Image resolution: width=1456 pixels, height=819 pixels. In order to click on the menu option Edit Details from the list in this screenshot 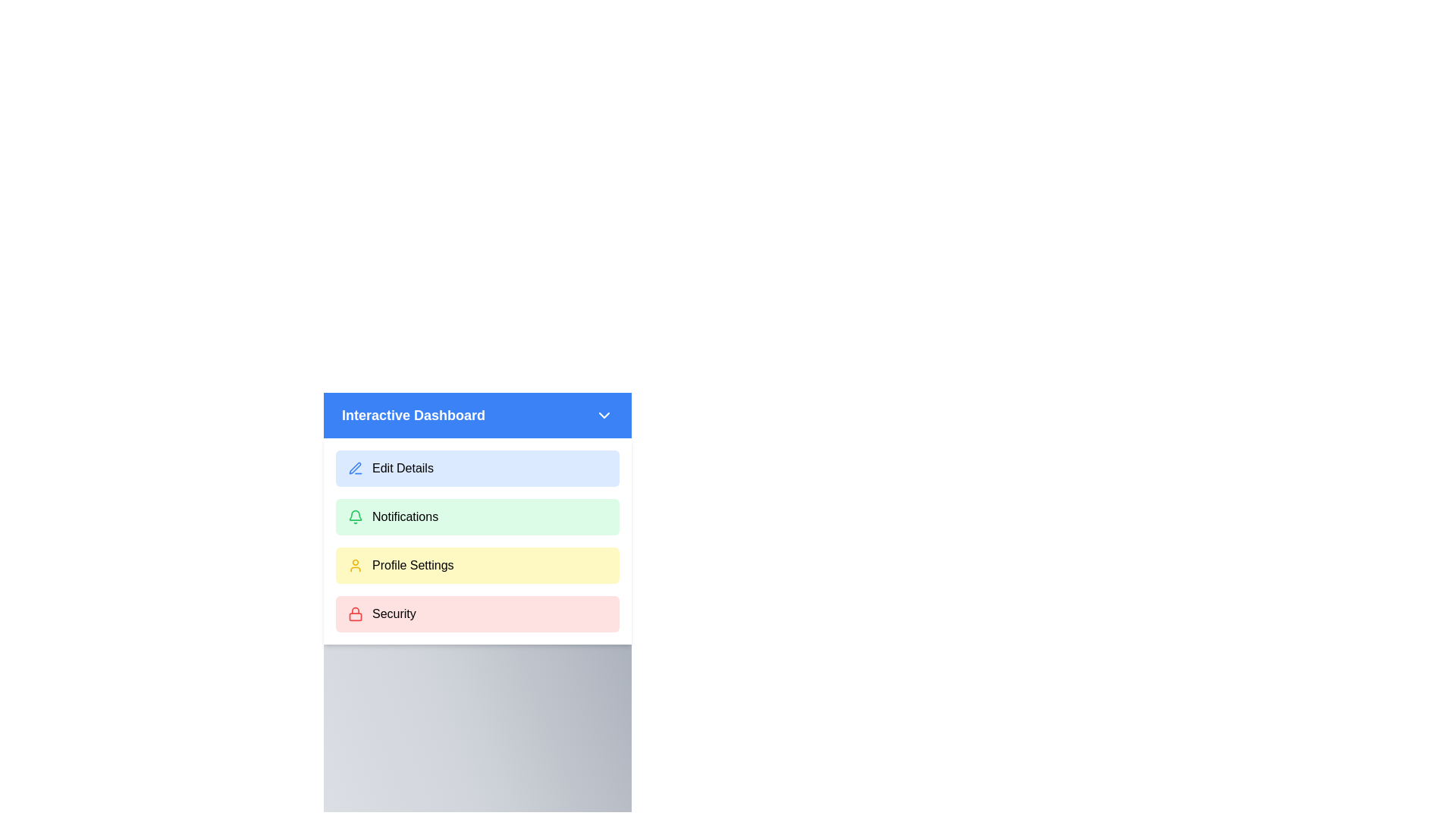, I will do `click(476, 467)`.